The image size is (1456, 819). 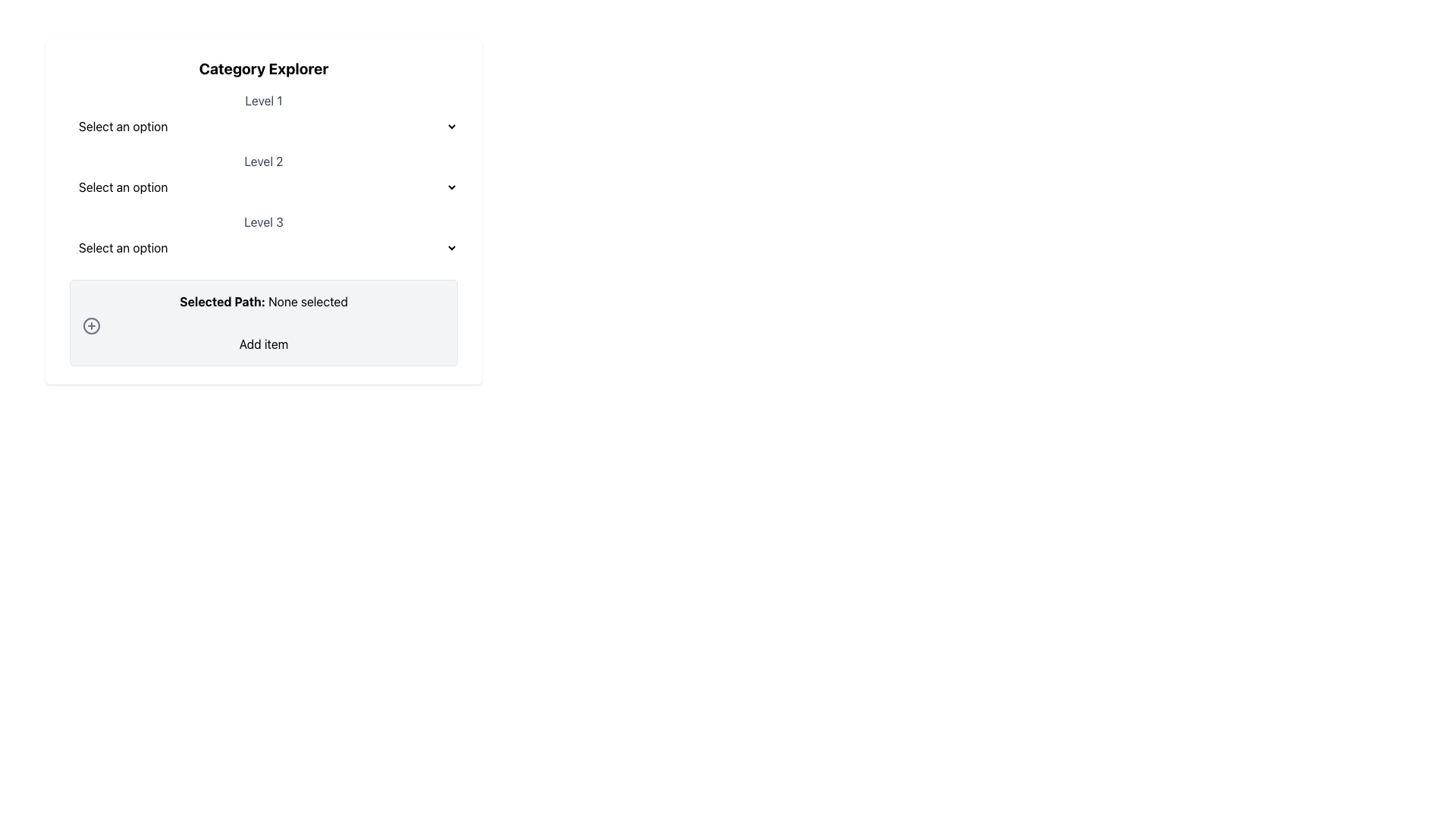 I want to click on the label displaying 'Level 2' styled in bold, dark-gray font, positioned above a dropdown menu, so click(x=263, y=161).